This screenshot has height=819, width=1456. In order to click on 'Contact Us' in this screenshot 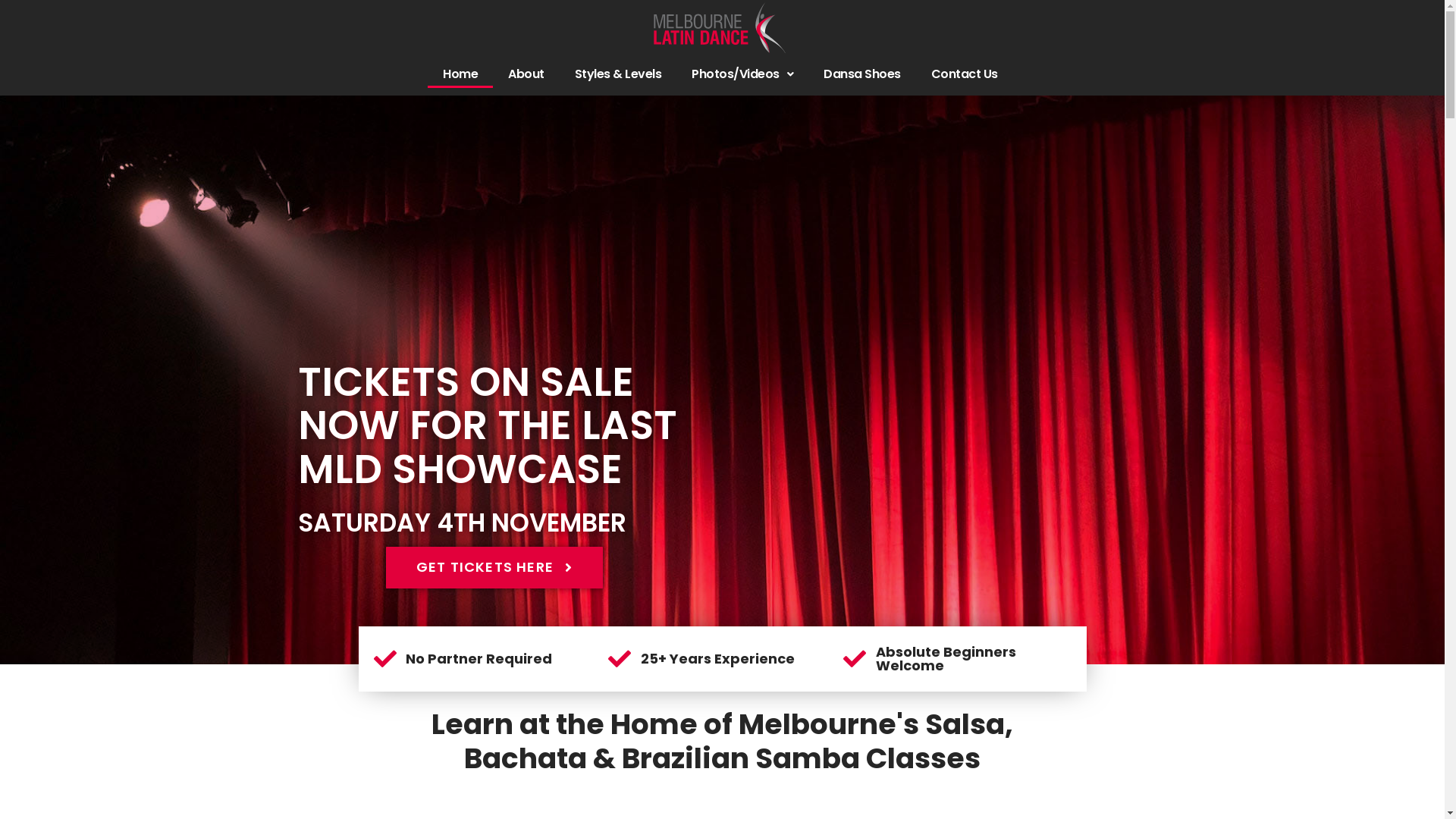, I will do `click(964, 74)`.